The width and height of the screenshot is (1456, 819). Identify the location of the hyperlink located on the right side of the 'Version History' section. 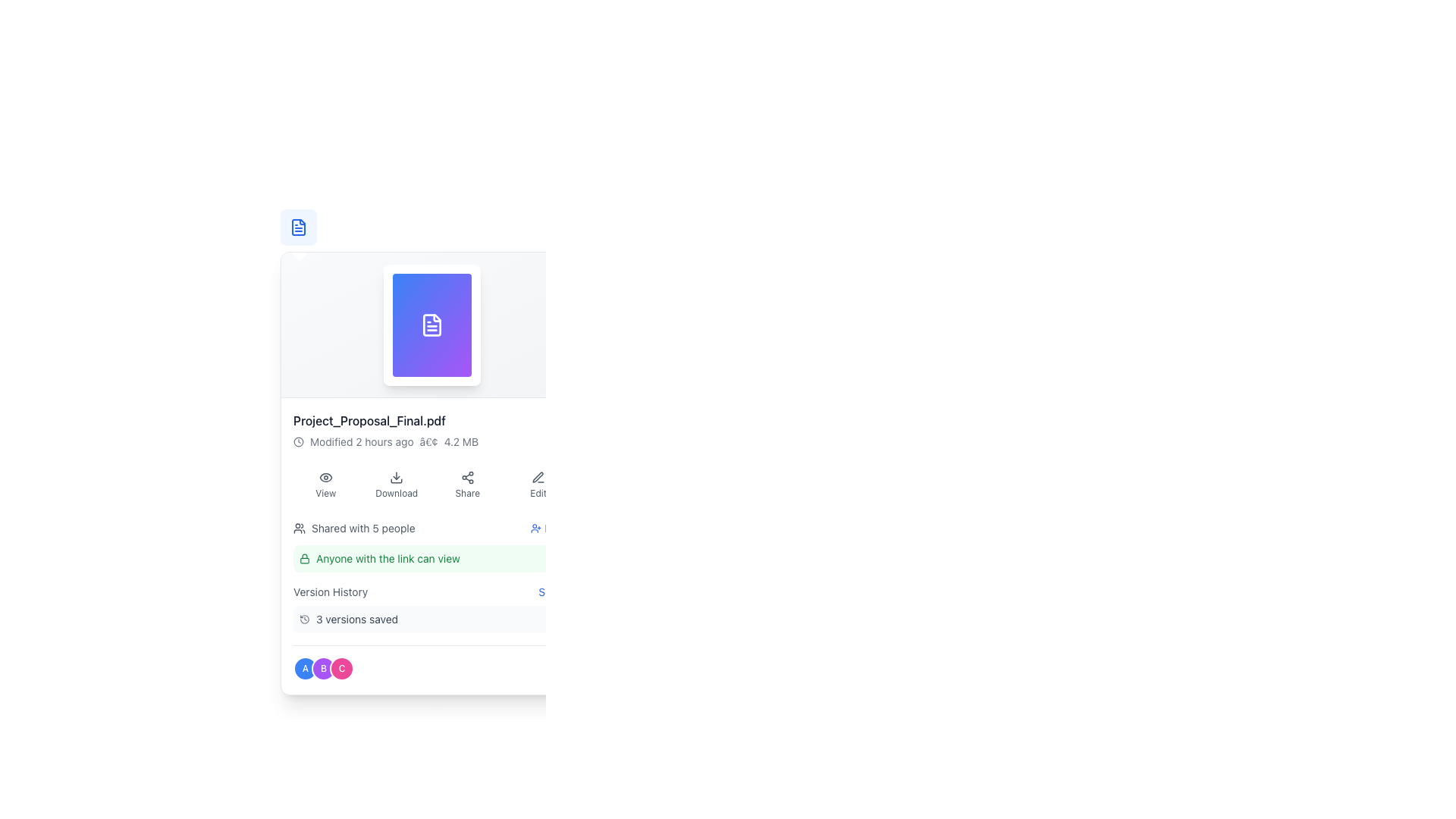
(554, 591).